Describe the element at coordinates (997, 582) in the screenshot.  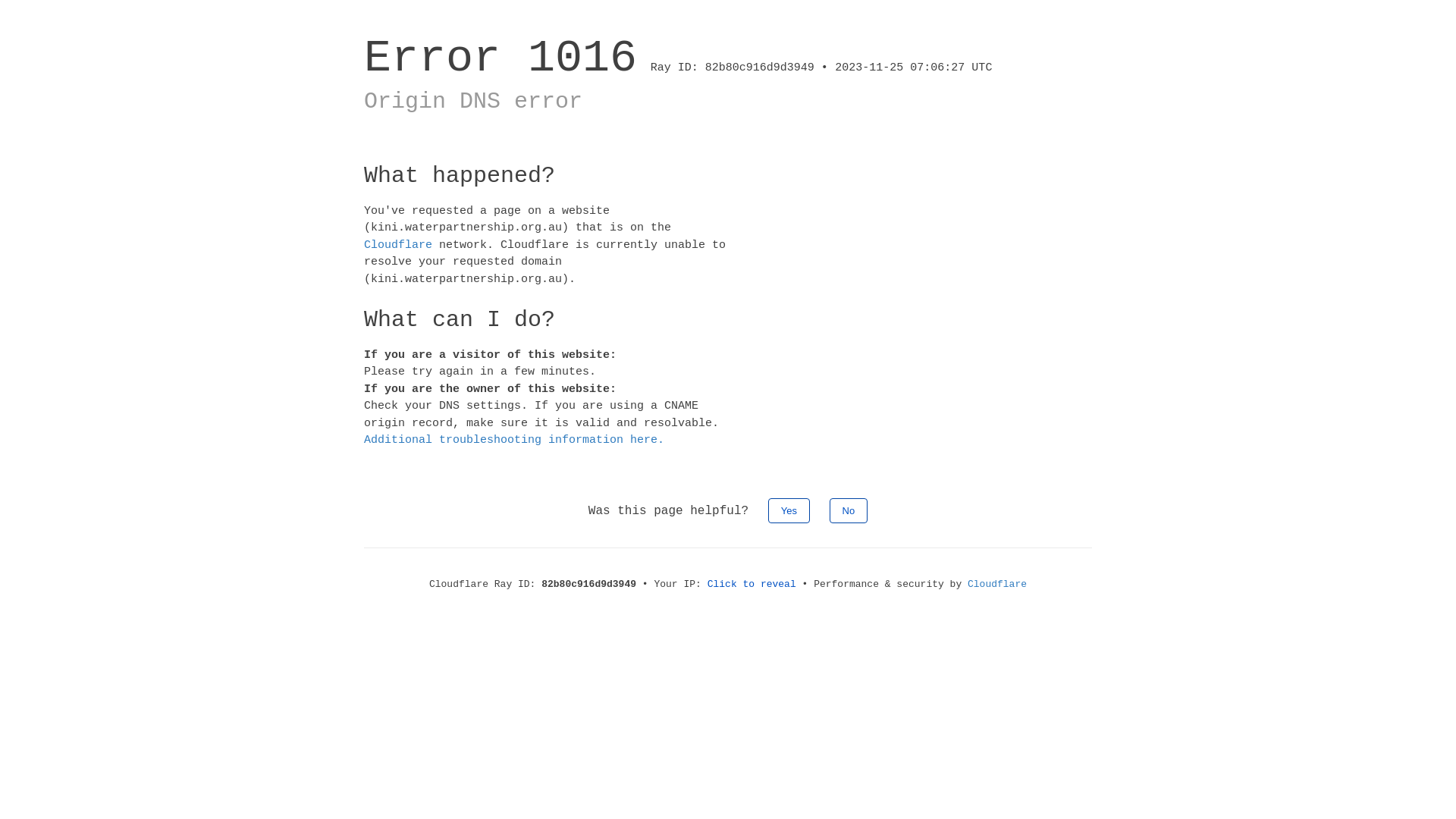
I see `'Cloudflare'` at that location.